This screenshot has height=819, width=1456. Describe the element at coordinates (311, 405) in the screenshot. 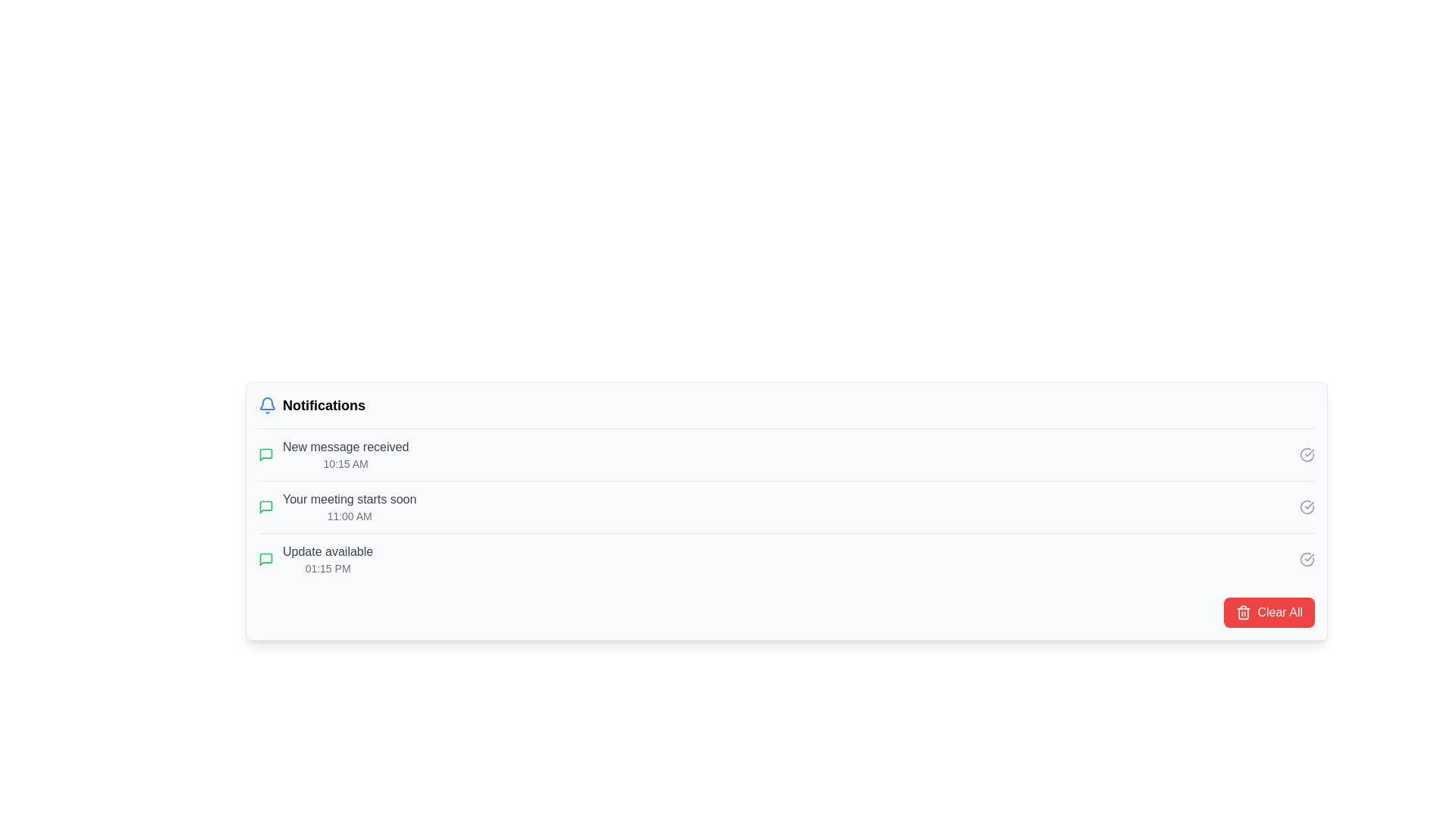

I see `the label and icon group that indicates new or unread notification alerts, located at the top-left of the notification section` at that location.